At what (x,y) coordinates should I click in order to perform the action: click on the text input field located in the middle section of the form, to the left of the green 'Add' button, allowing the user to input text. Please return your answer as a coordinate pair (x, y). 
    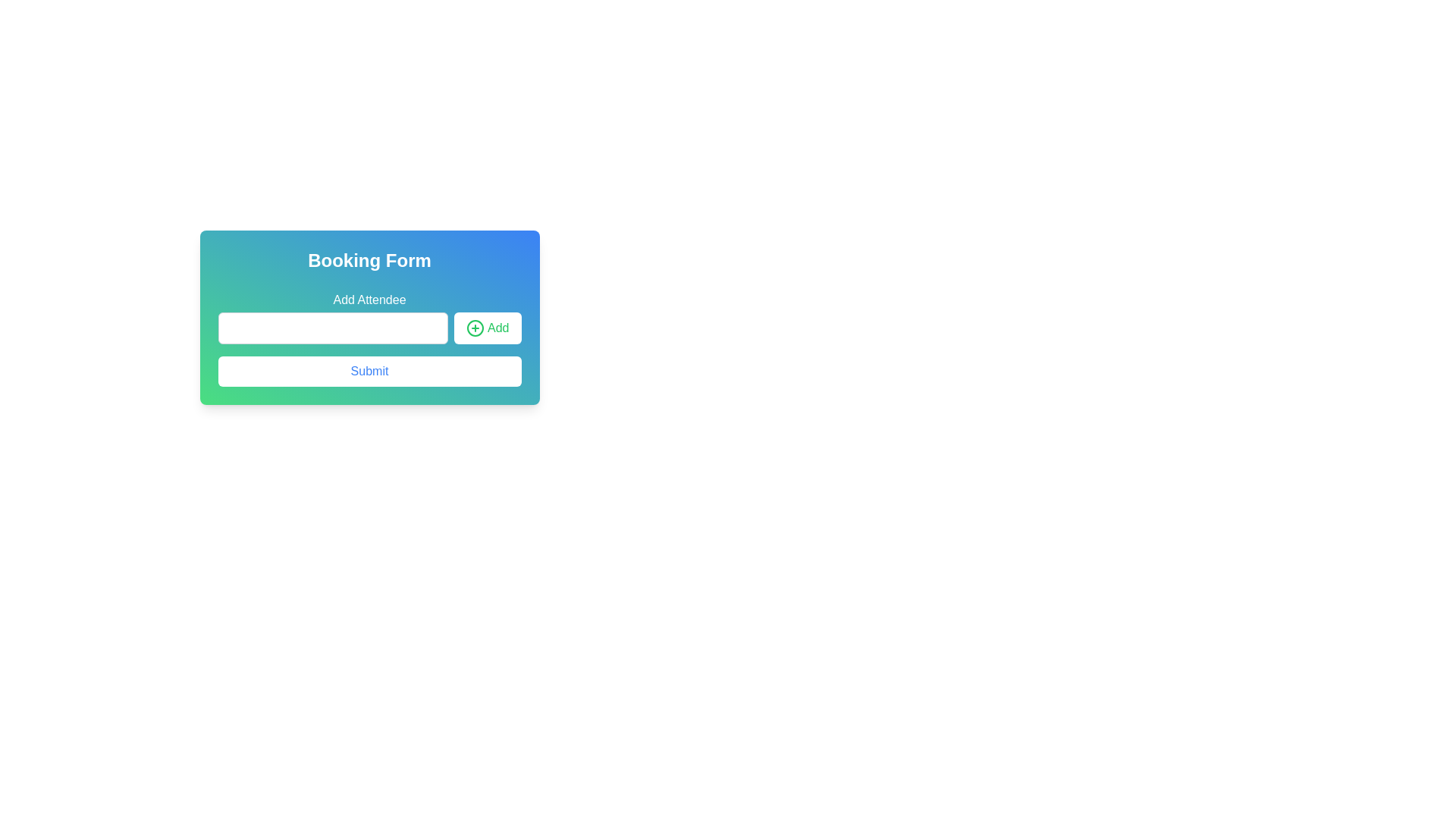
    Looking at the image, I should click on (332, 327).